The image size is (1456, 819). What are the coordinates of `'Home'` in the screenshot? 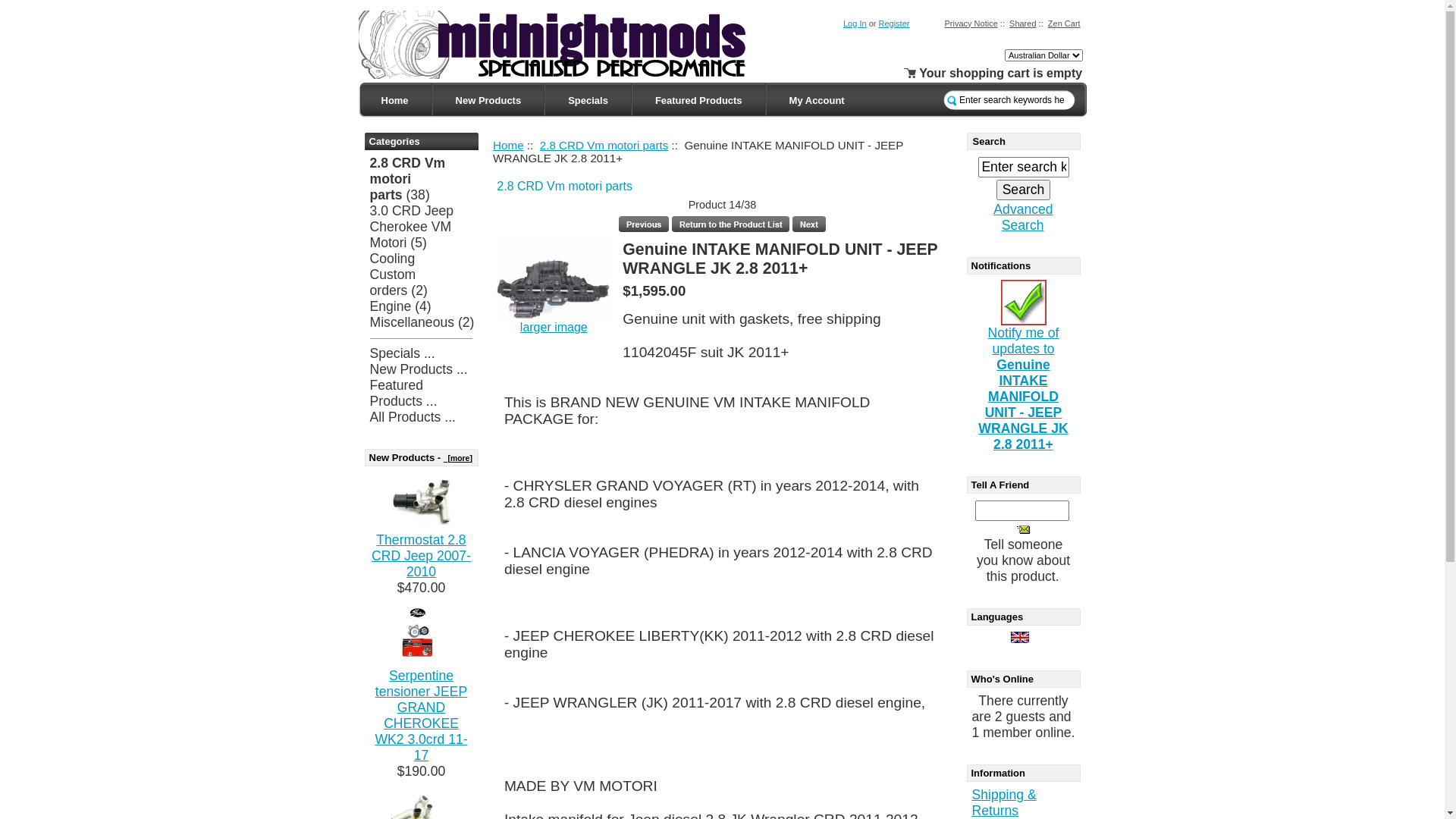 It's located at (394, 100).